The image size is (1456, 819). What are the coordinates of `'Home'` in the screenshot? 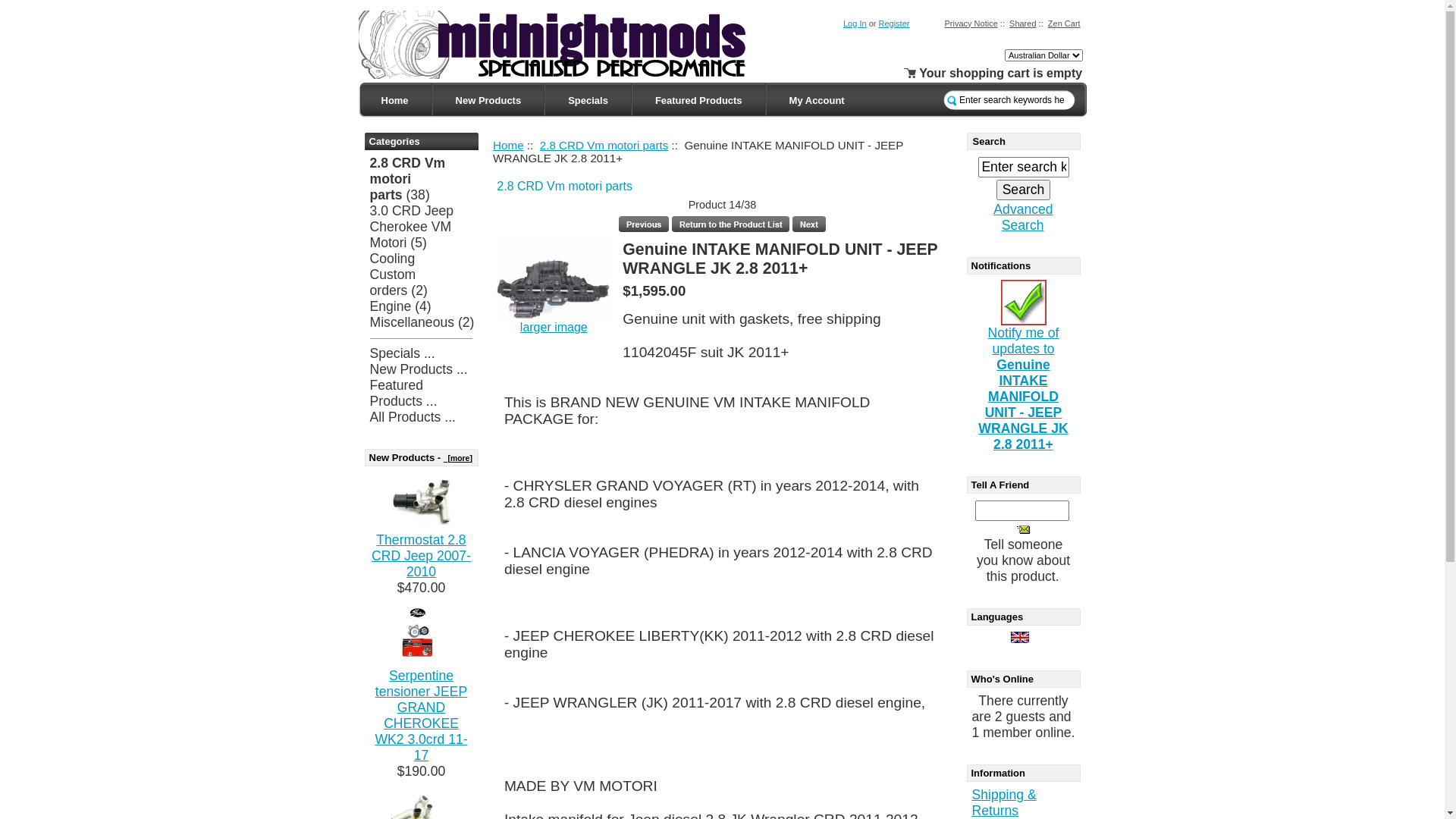 It's located at (394, 100).